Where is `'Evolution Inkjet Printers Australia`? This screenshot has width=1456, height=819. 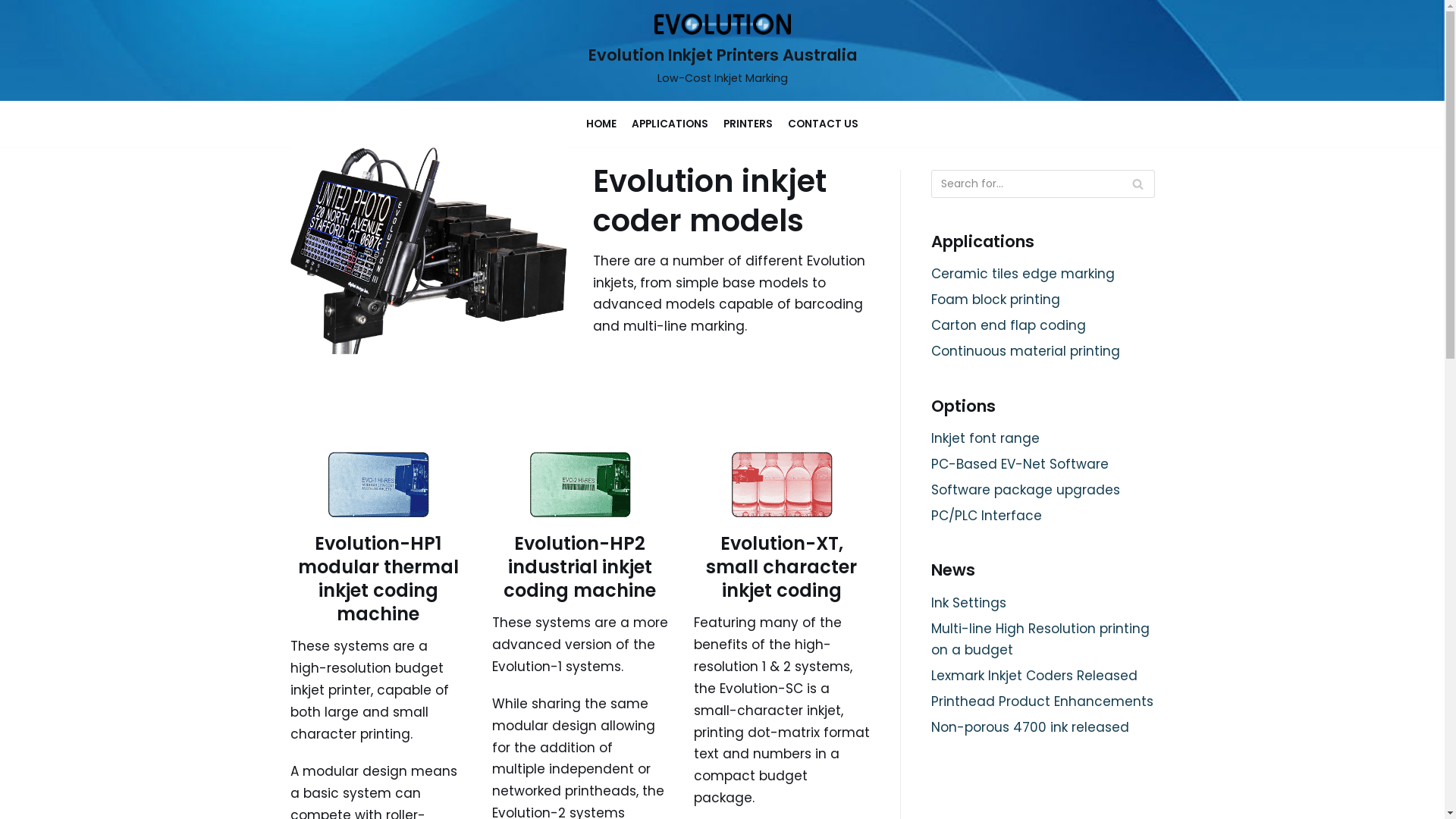 'Evolution Inkjet Printers Australia is located at coordinates (722, 49).